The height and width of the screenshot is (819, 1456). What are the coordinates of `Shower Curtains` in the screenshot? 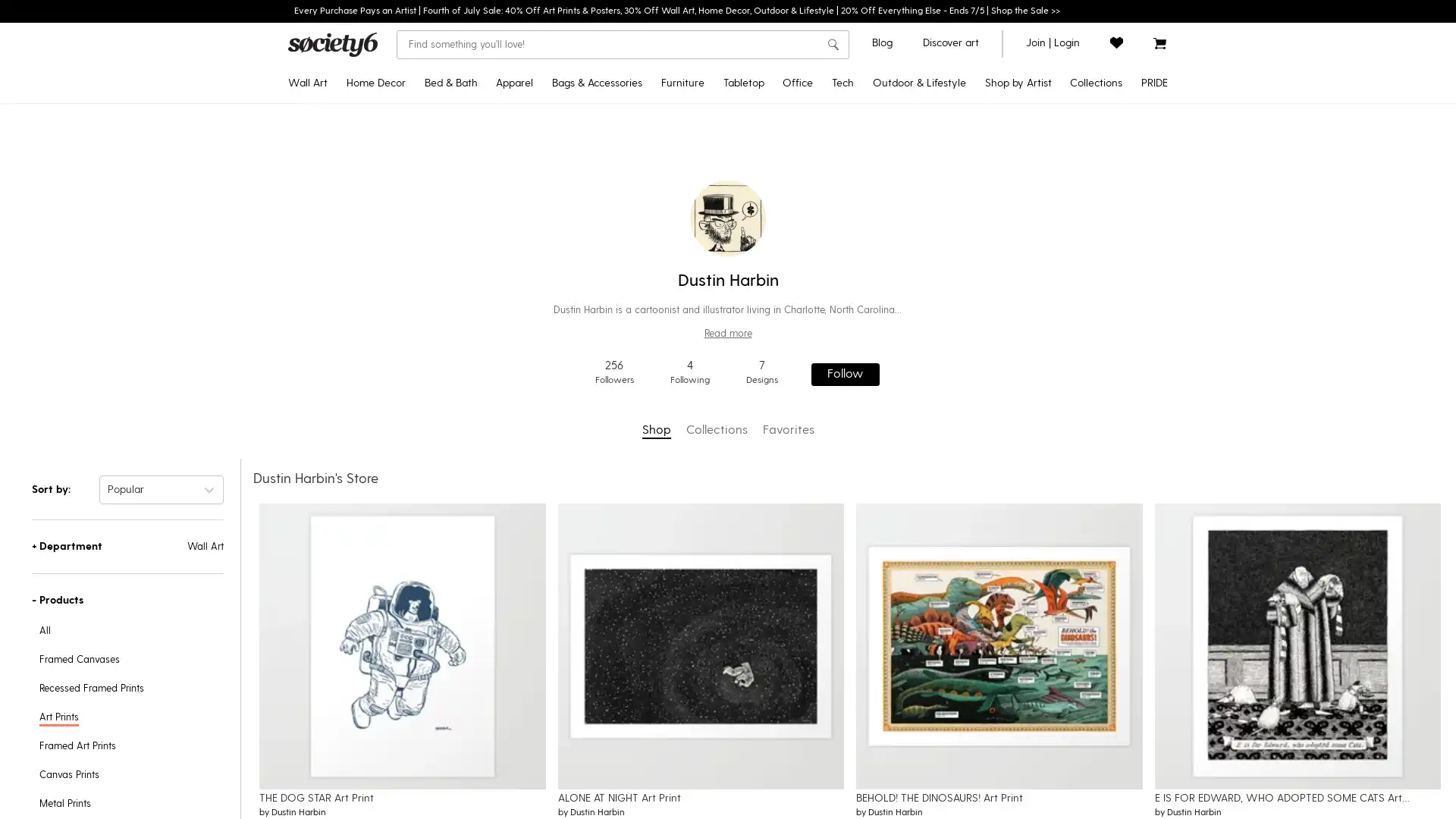 It's located at (483, 194).